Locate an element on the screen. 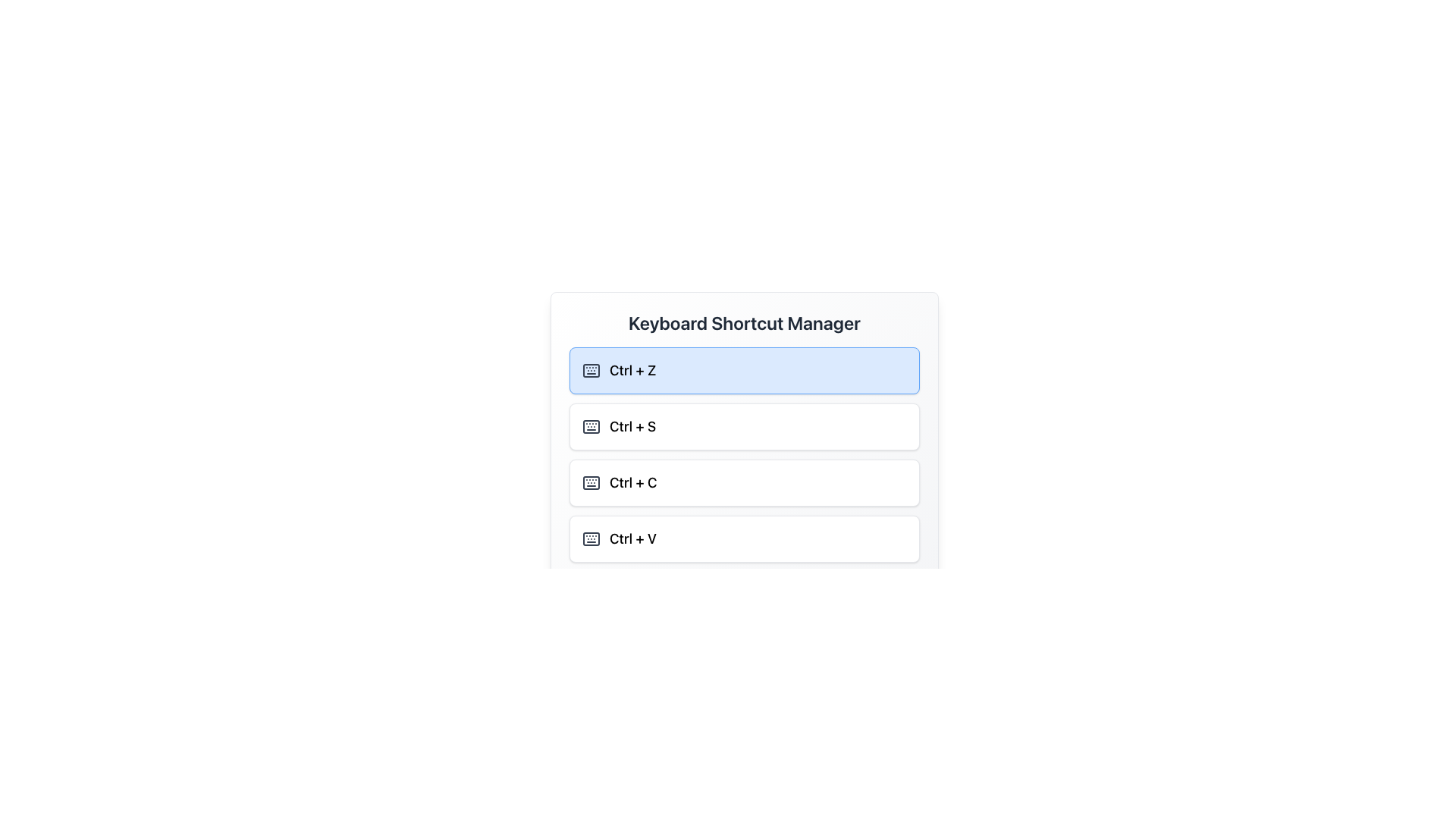 The width and height of the screenshot is (1456, 819). the keyboard icon located to the left of the text 'Ctrl + V' in the 'Keyboard Shortcut Manager' interface is located at coordinates (590, 538).